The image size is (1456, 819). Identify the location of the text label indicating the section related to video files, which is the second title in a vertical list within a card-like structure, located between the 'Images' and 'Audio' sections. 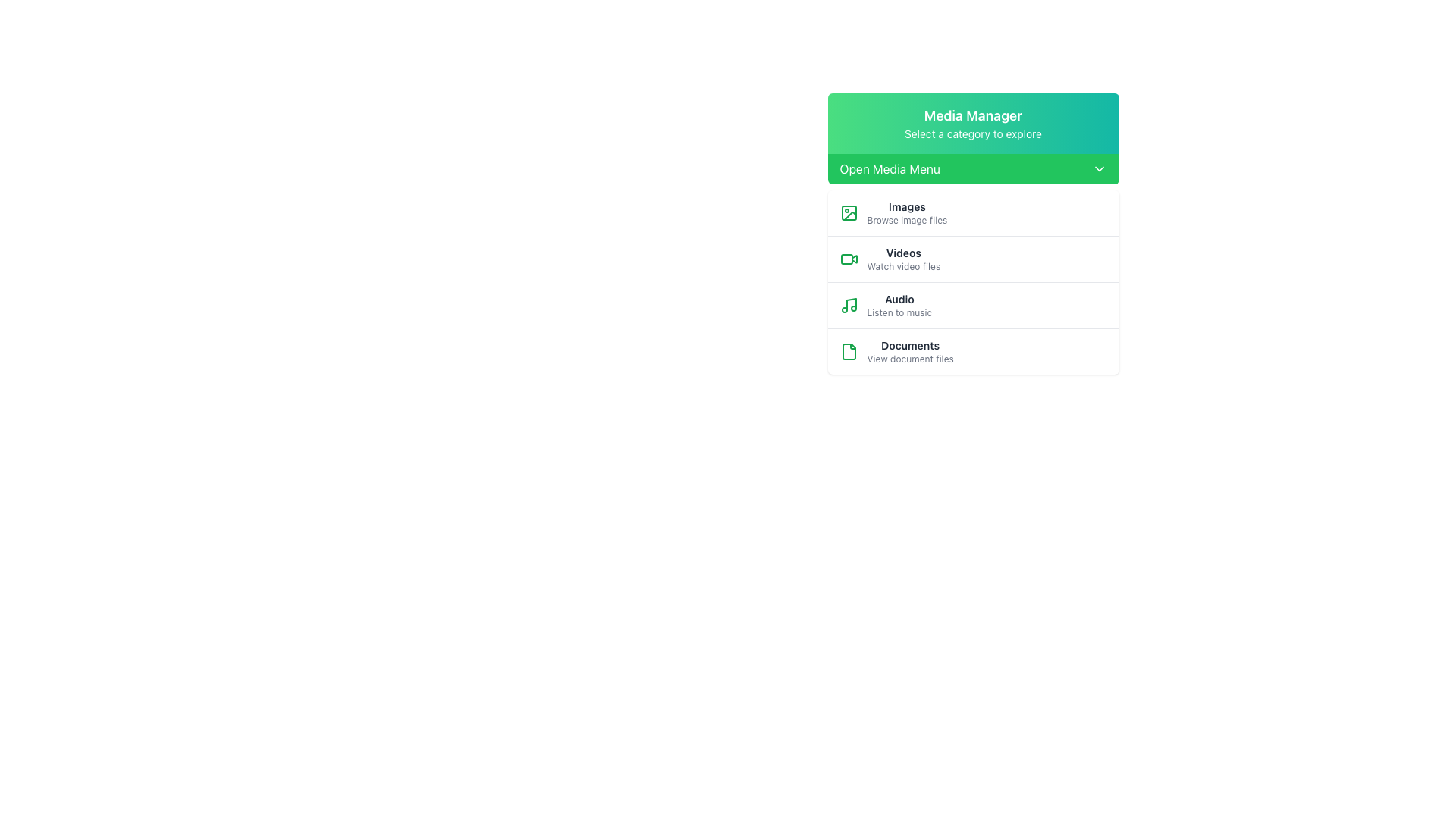
(903, 253).